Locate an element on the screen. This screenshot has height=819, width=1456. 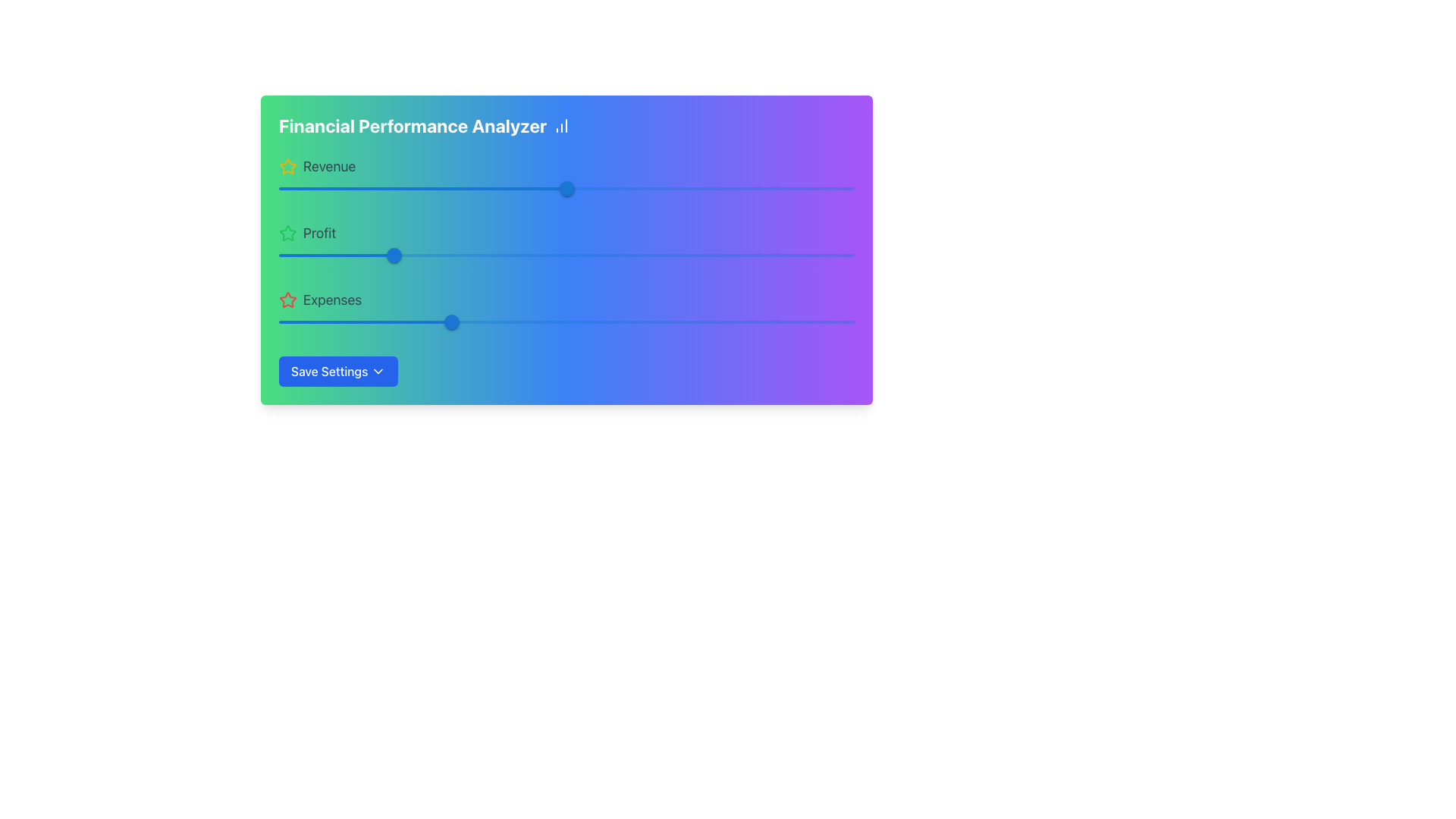
the Expenses slider is located at coordinates (474, 321).